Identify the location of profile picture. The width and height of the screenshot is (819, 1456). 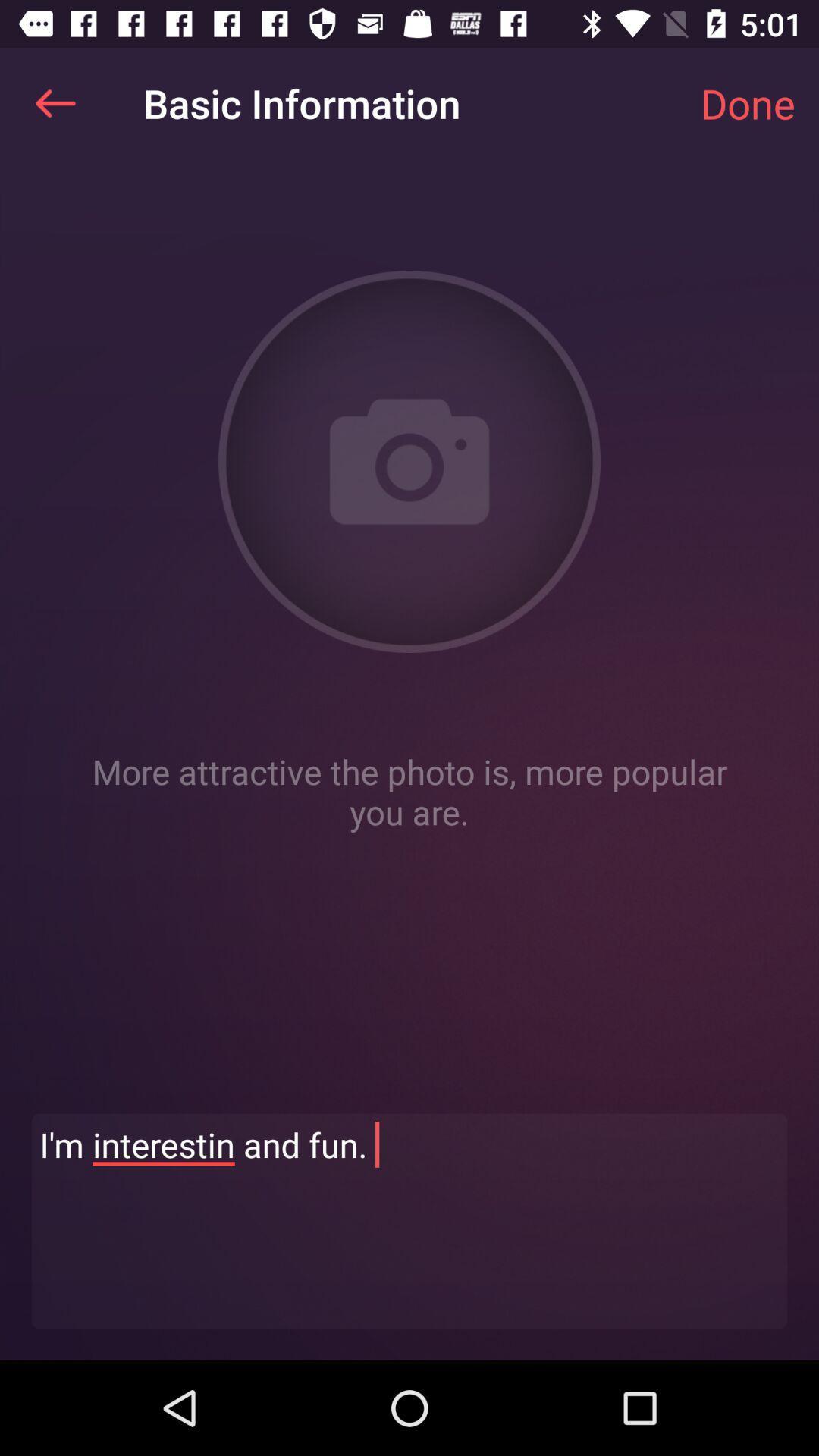
(409, 461).